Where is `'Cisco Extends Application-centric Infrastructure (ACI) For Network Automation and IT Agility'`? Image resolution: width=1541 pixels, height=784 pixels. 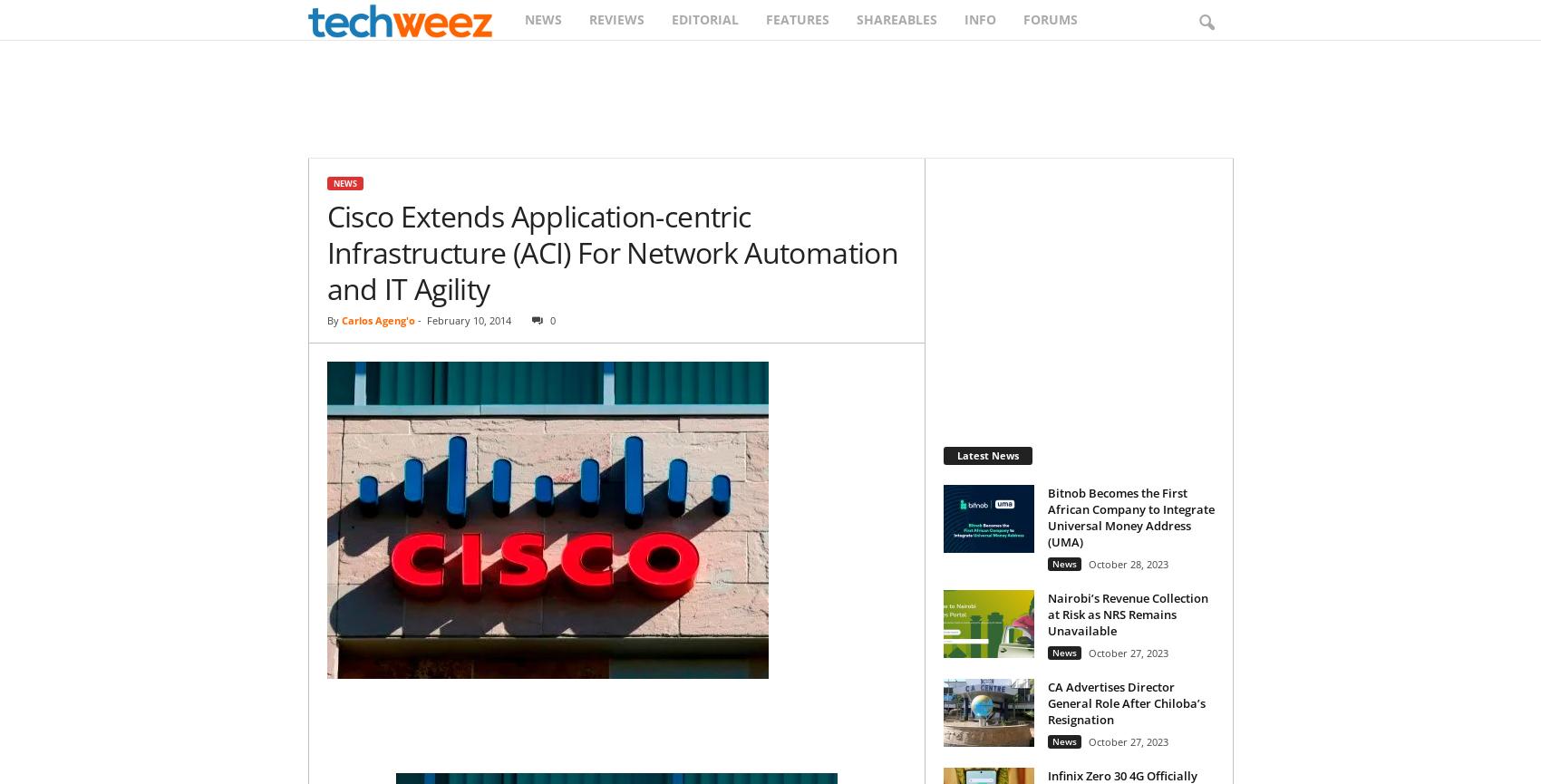
'Cisco Extends Application-centric Infrastructure (ACI) For Network Automation and IT Agility' is located at coordinates (325, 251).